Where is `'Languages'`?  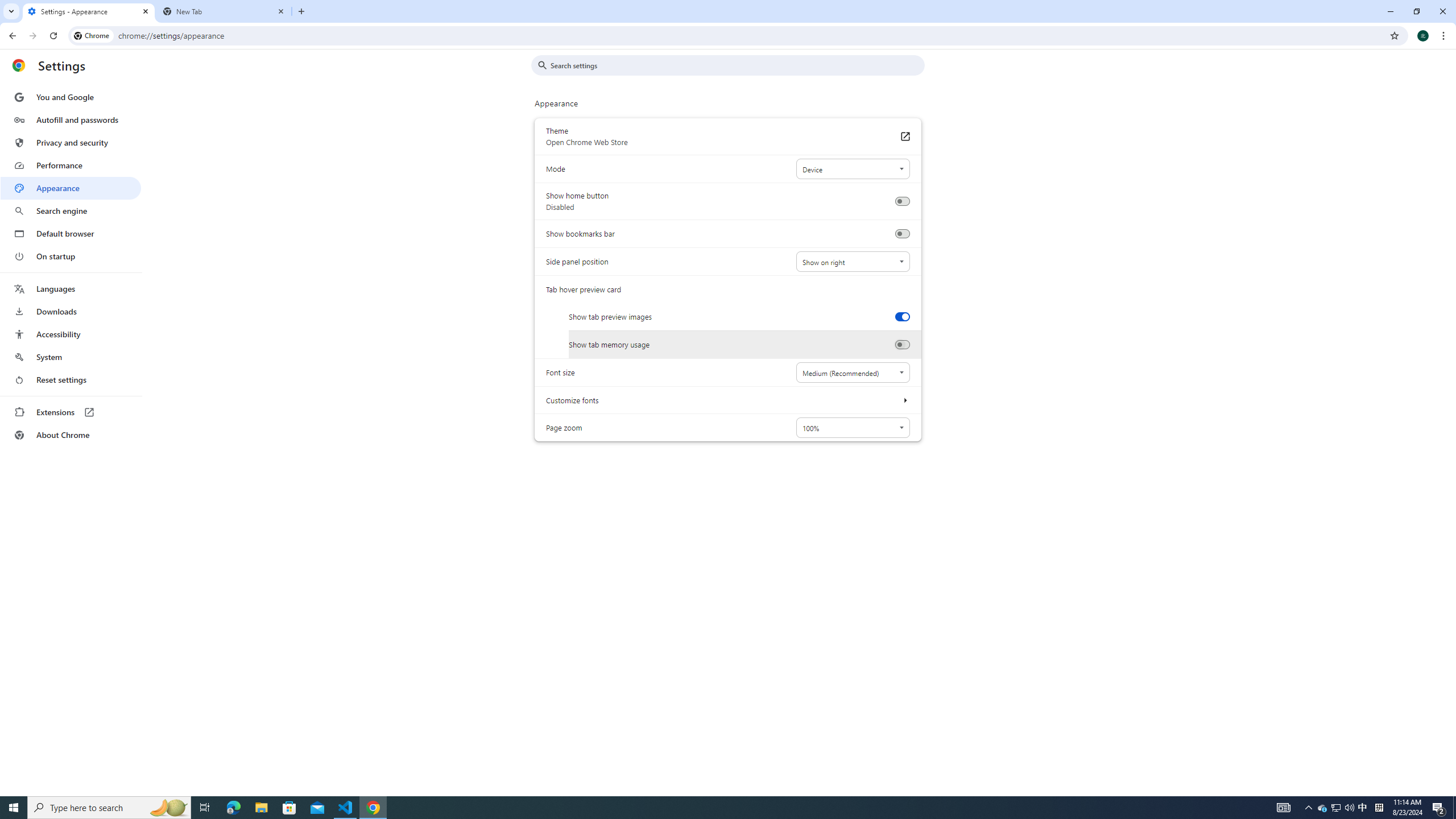
'Languages' is located at coordinates (70, 289).